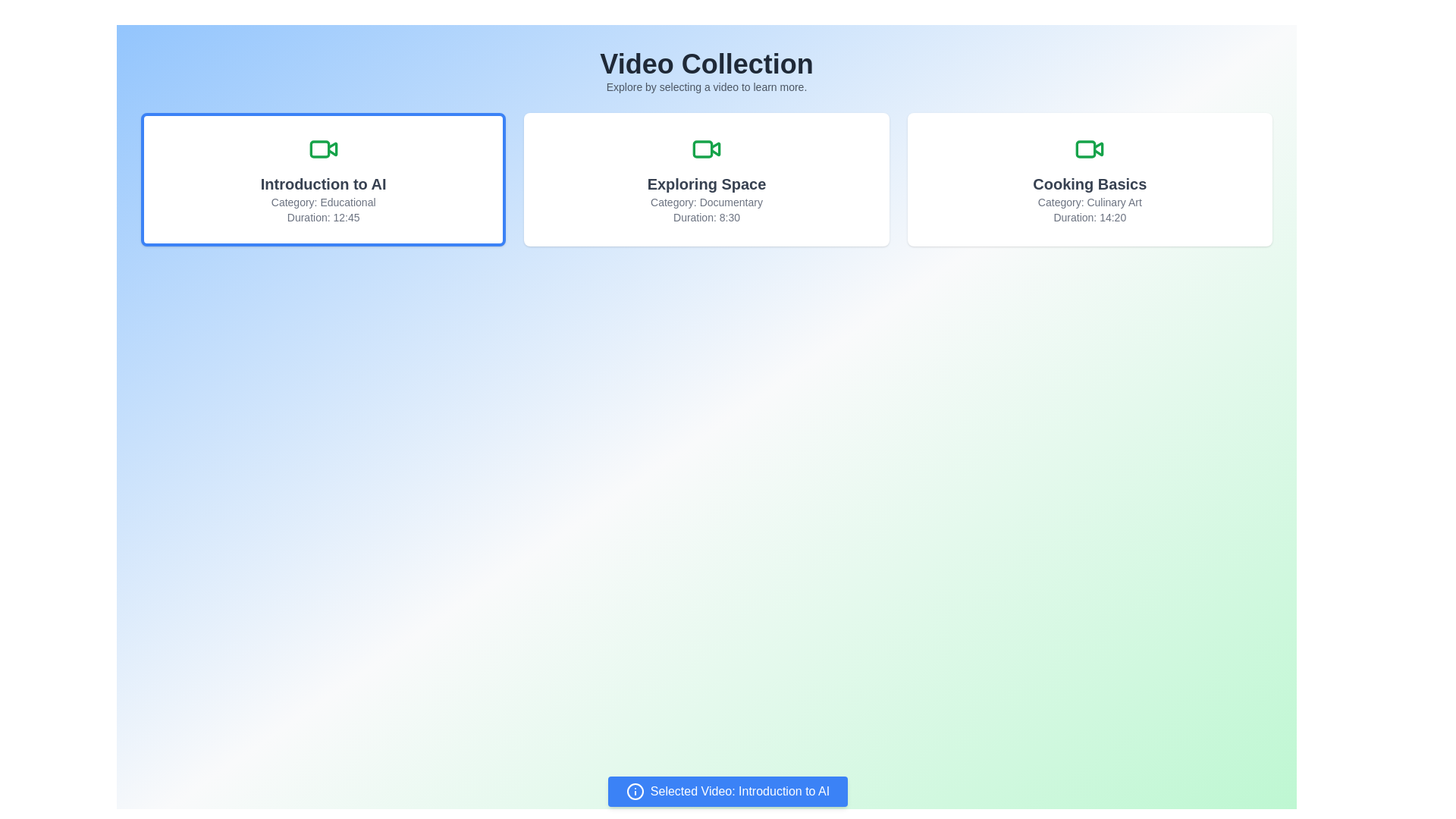 Image resolution: width=1456 pixels, height=819 pixels. I want to click on the details of the SVG Rectangle that is part of the video camera icon associated with the 'Cooking Basics' card, located in the rightmost position among the three video cards, so click(1085, 149).